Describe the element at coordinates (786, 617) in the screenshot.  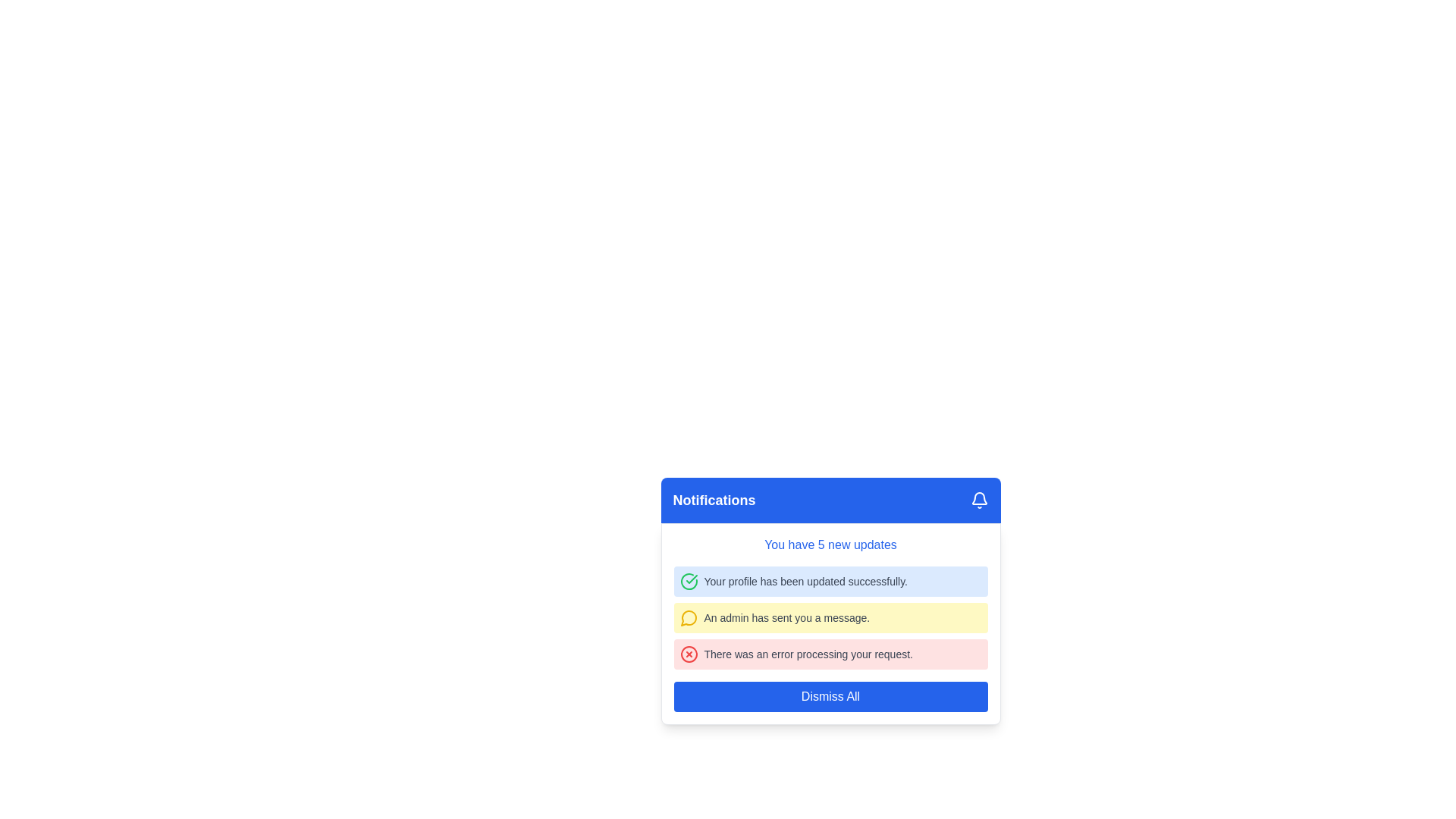
I see `static text message 'An admin has sent you a message.' displayed in bold gray font within the notification card` at that location.